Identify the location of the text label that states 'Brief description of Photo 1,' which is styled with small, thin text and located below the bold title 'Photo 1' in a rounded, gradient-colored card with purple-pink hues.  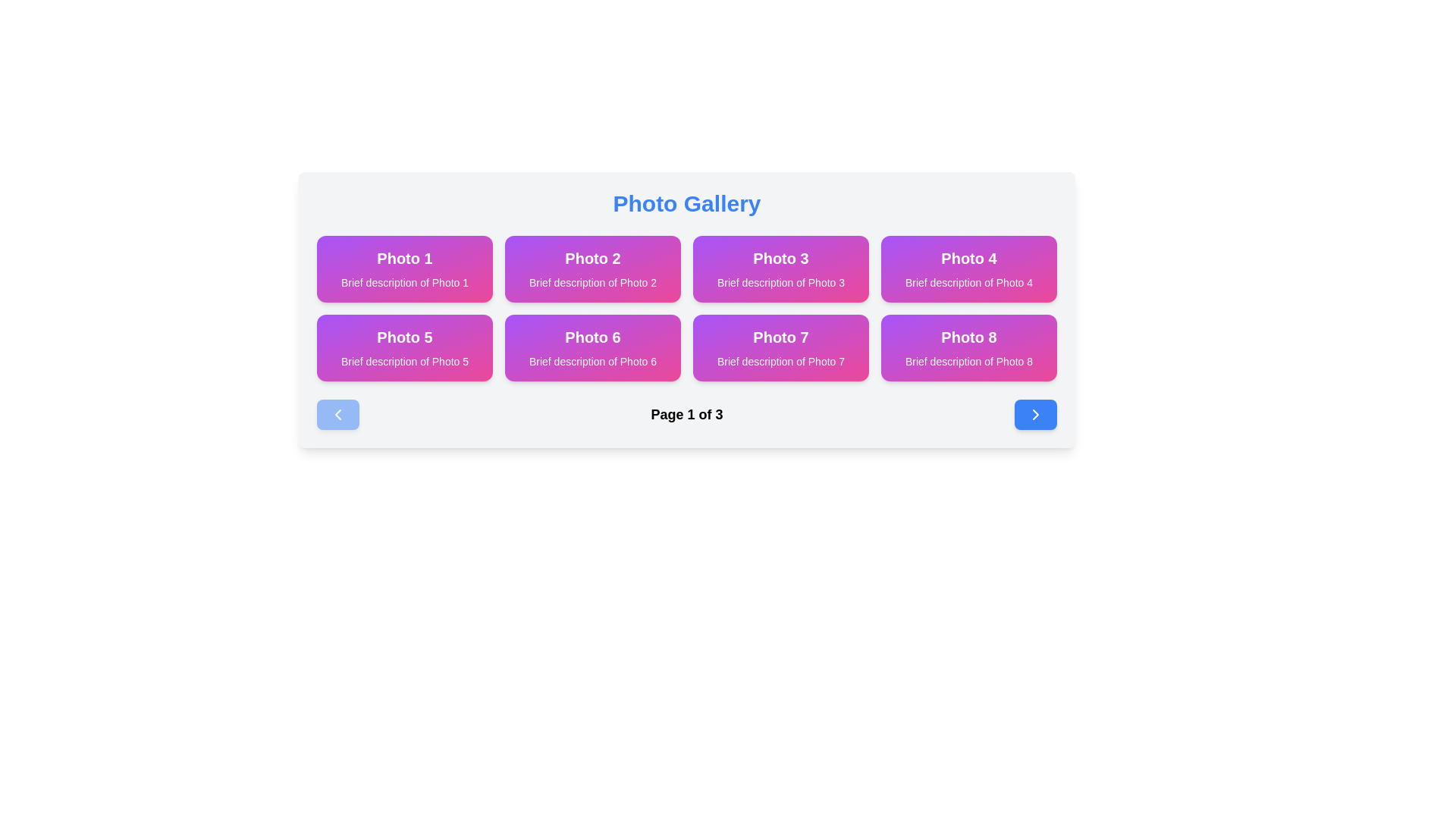
(404, 283).